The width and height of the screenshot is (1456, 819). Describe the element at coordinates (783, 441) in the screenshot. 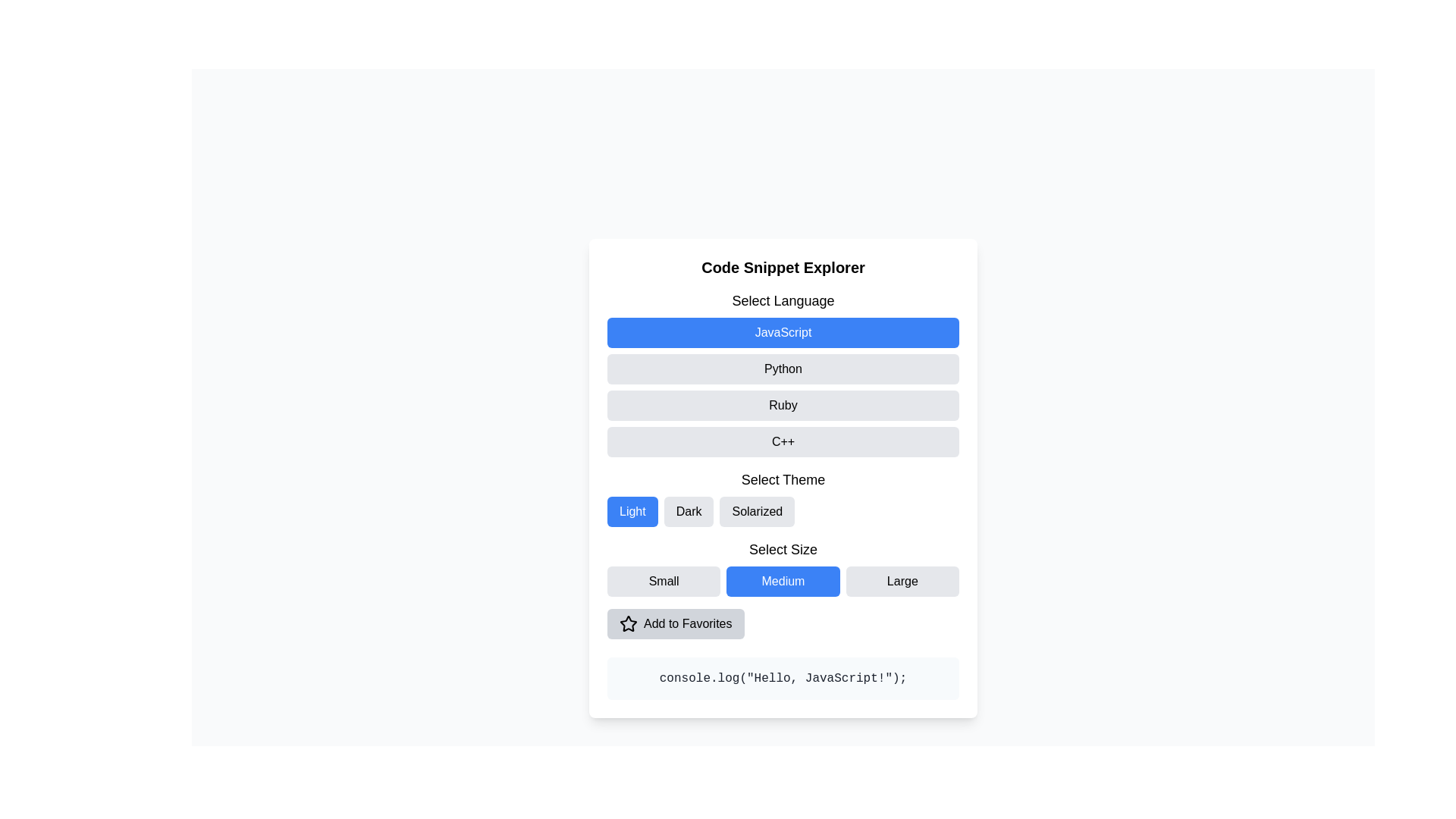

I see `the fourth button labeled 'C++' in the vertical list under 'Select Language'` at that location.